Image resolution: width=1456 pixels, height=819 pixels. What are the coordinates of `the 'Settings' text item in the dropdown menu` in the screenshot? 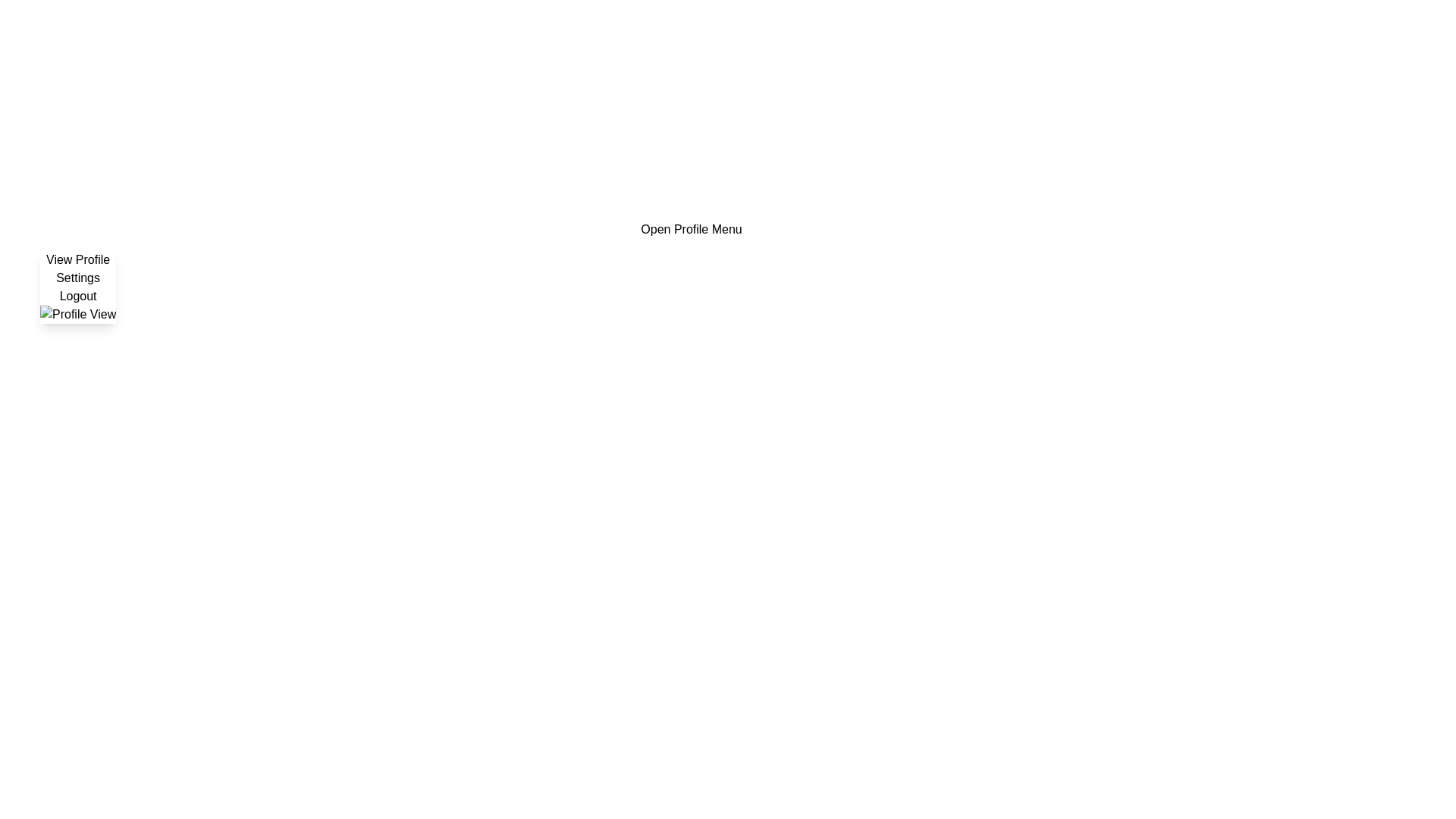 It's located at (77, 278).